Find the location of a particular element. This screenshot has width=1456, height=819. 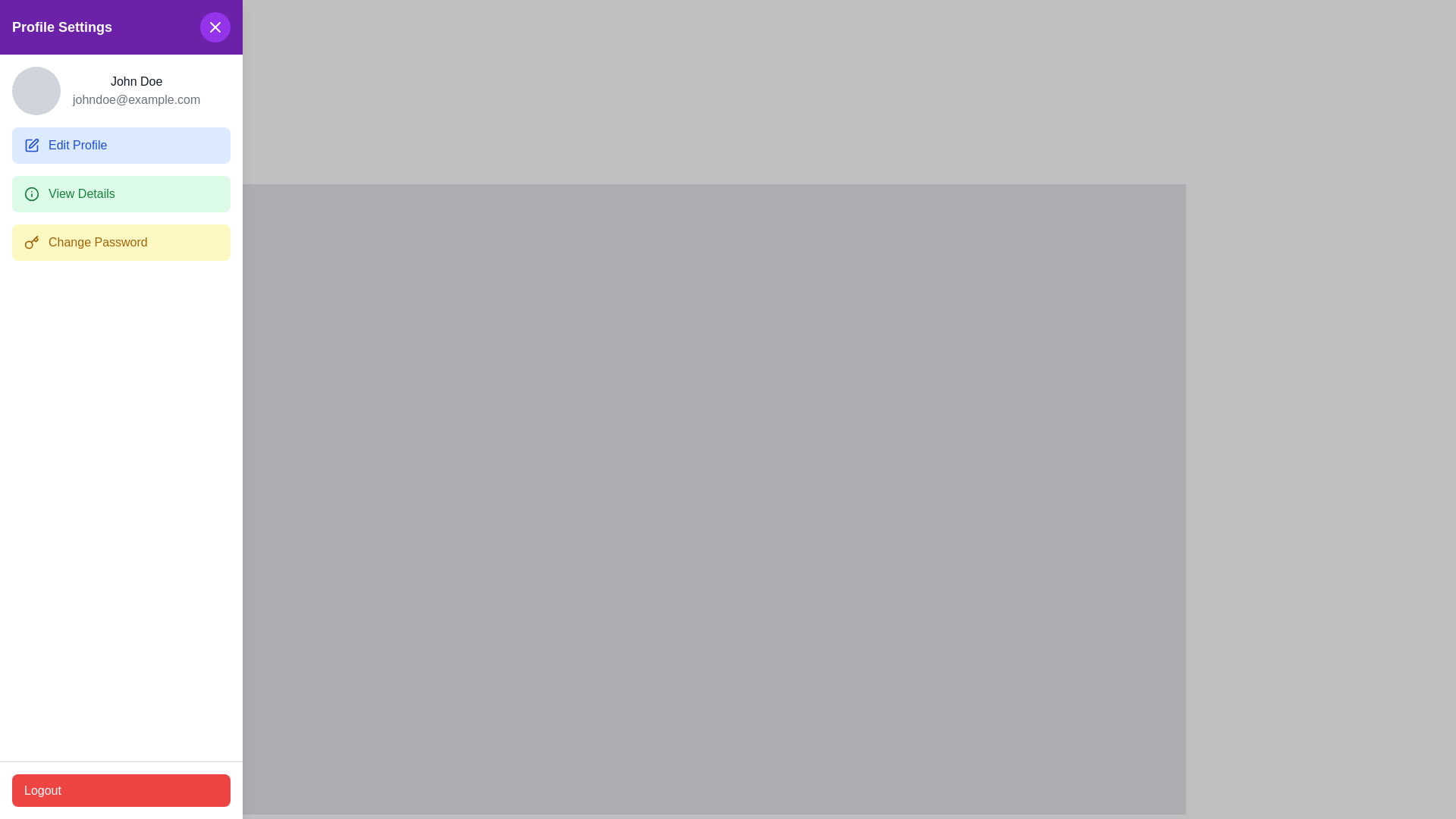

the key-shaped SVG graphic icon located at the top-left corner of the 'Change Password' button in the 'Profile Settings' section is located at coordinates (32, 242).